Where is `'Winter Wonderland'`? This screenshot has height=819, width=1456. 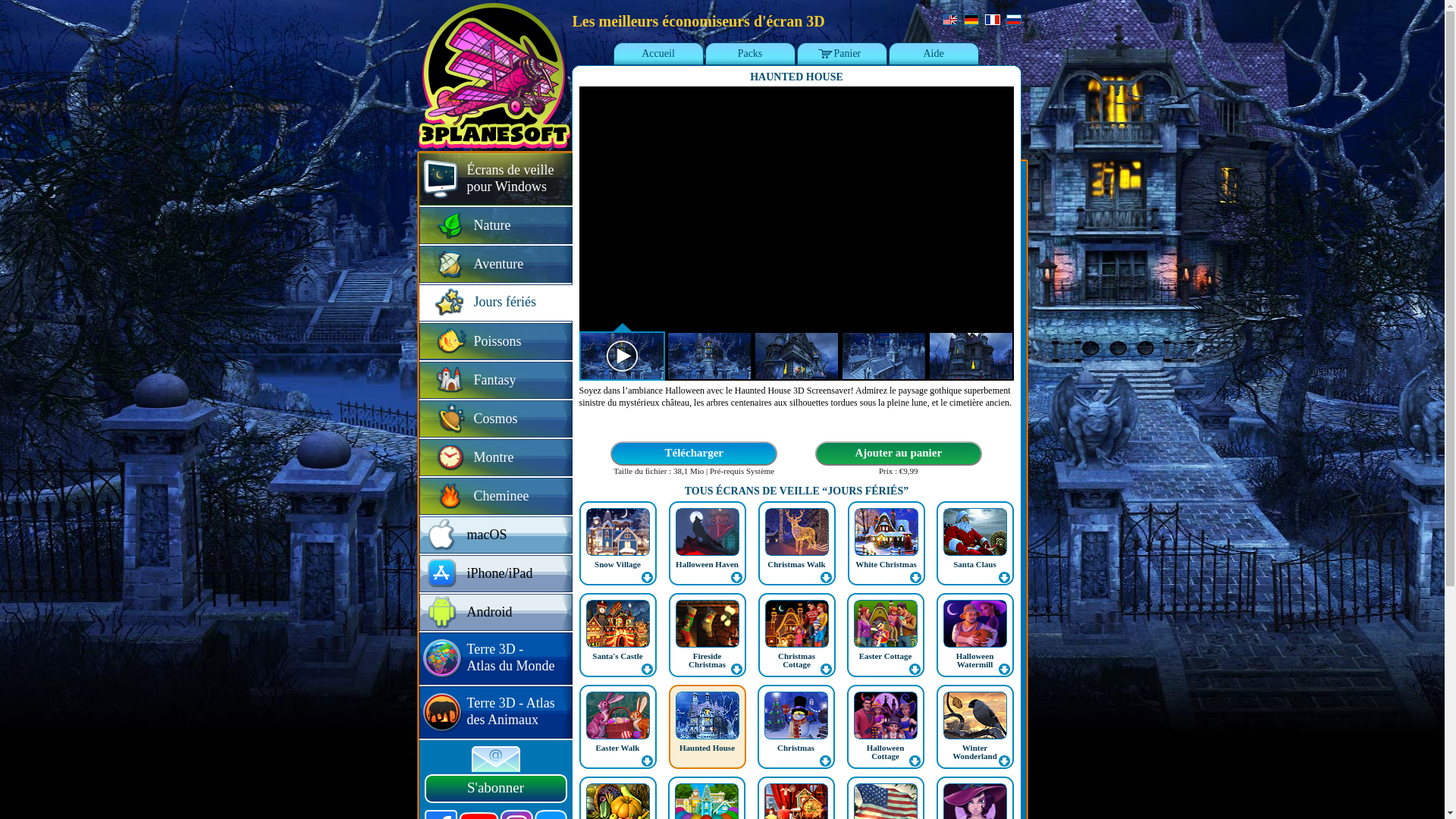 'Winter Wonderland' is located at coordinates (974, 752).